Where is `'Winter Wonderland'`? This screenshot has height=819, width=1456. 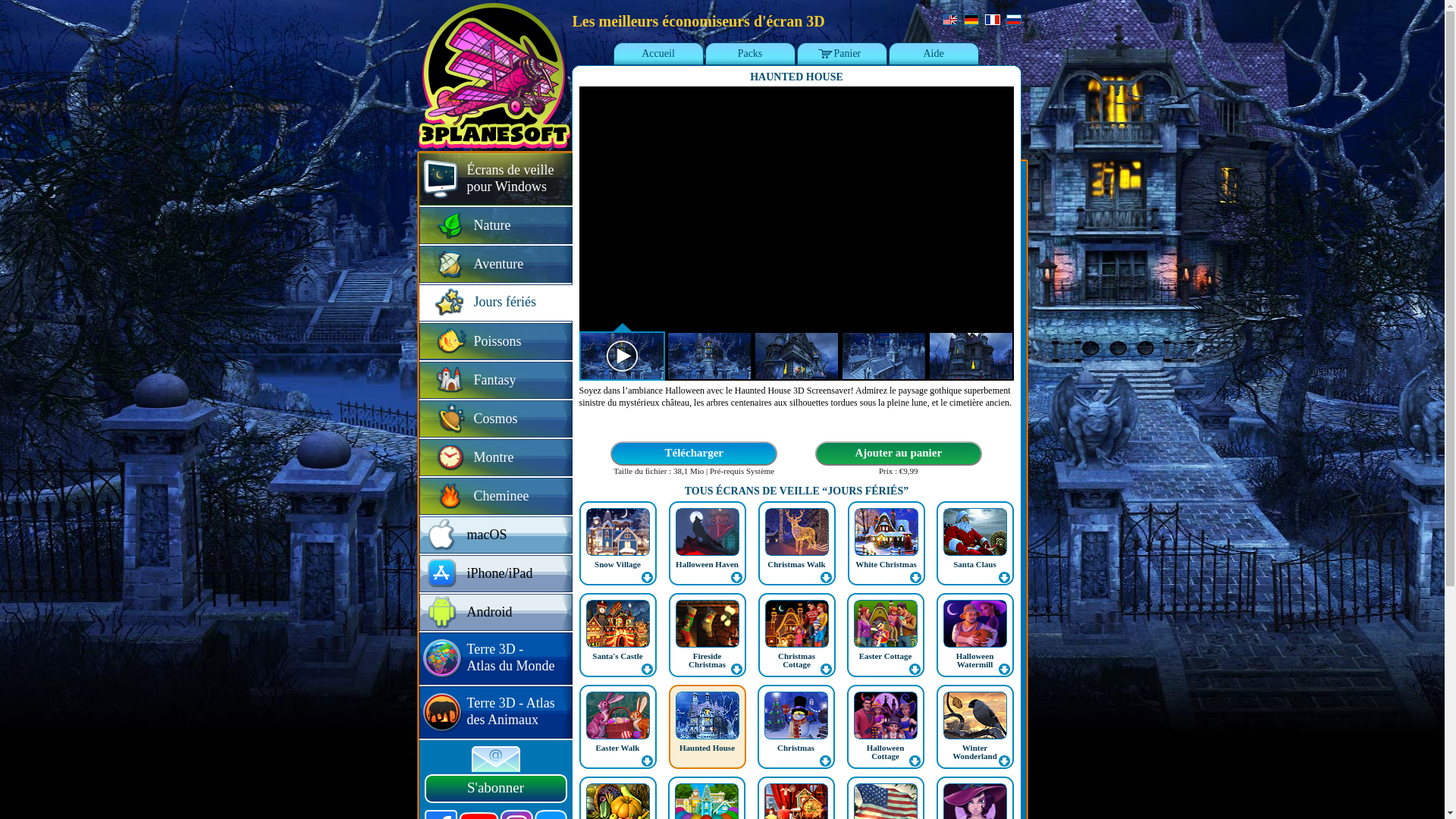 'Winter Wonderland' is located at coordinates (974, 752).